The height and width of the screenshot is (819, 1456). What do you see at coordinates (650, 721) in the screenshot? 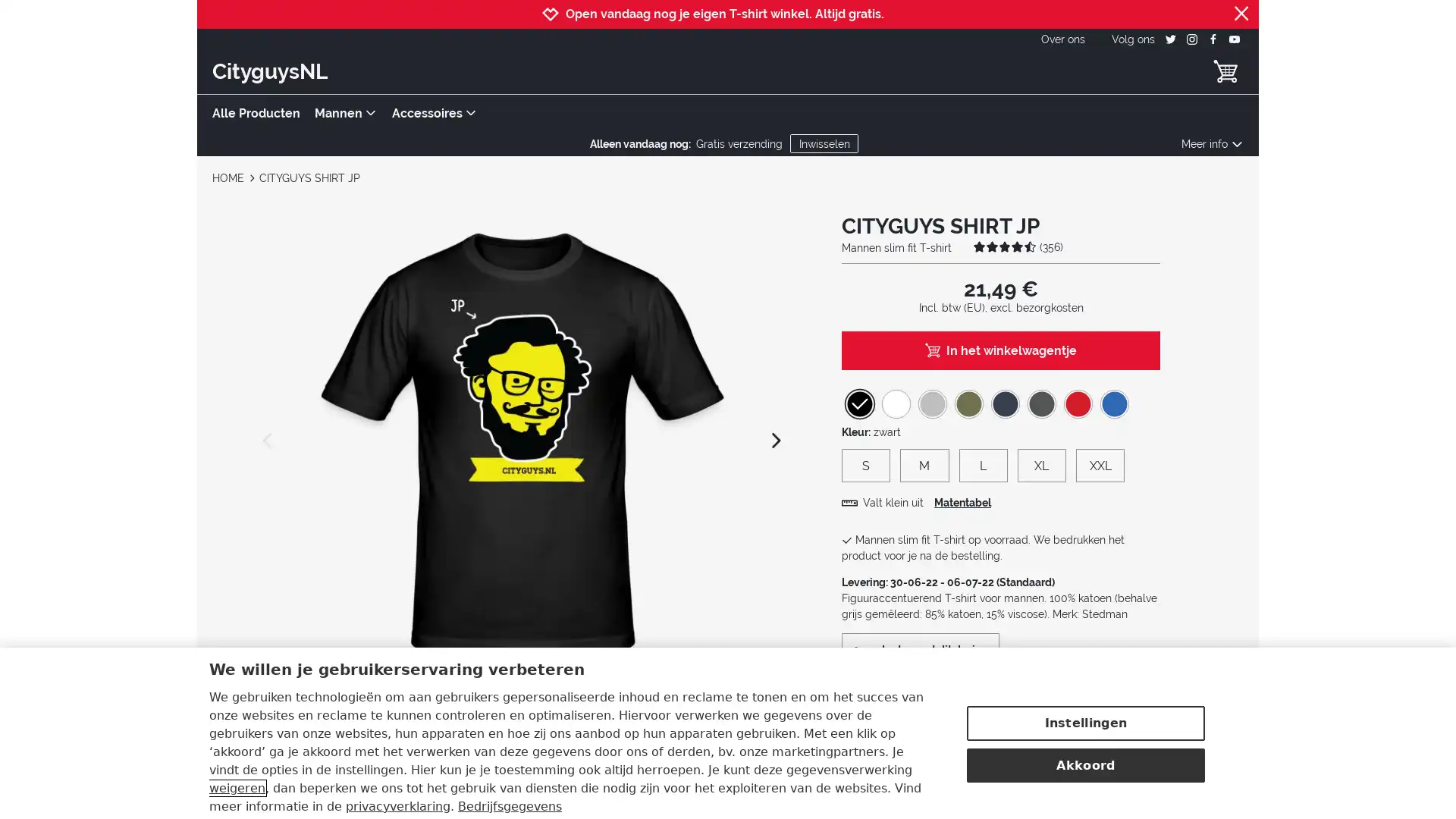
I see `CITYGUYS SHIRT JP view 5` at bounding box center [650, 721].